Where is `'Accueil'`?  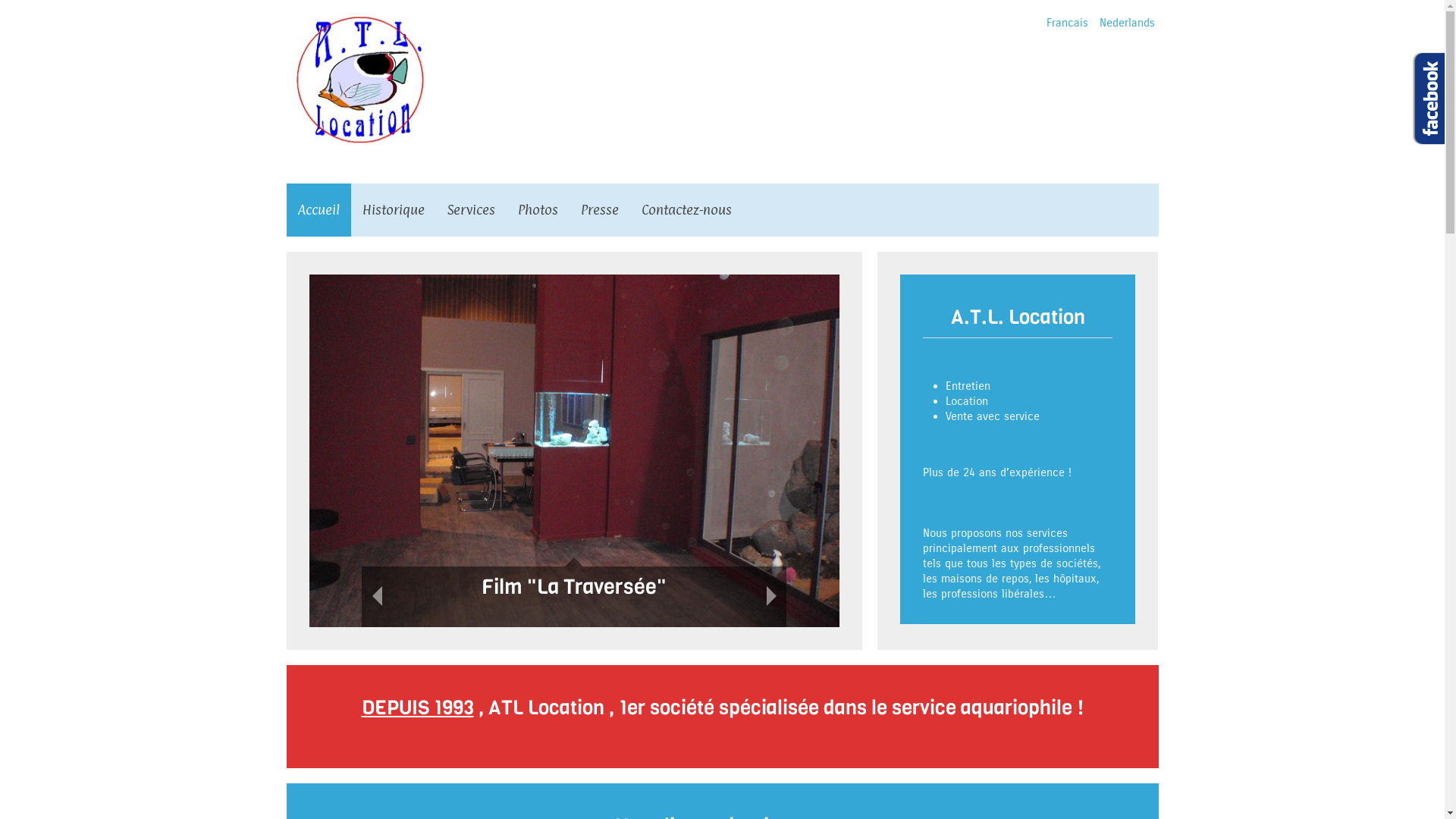 'Accueil' is located at coordinates (287, 210).